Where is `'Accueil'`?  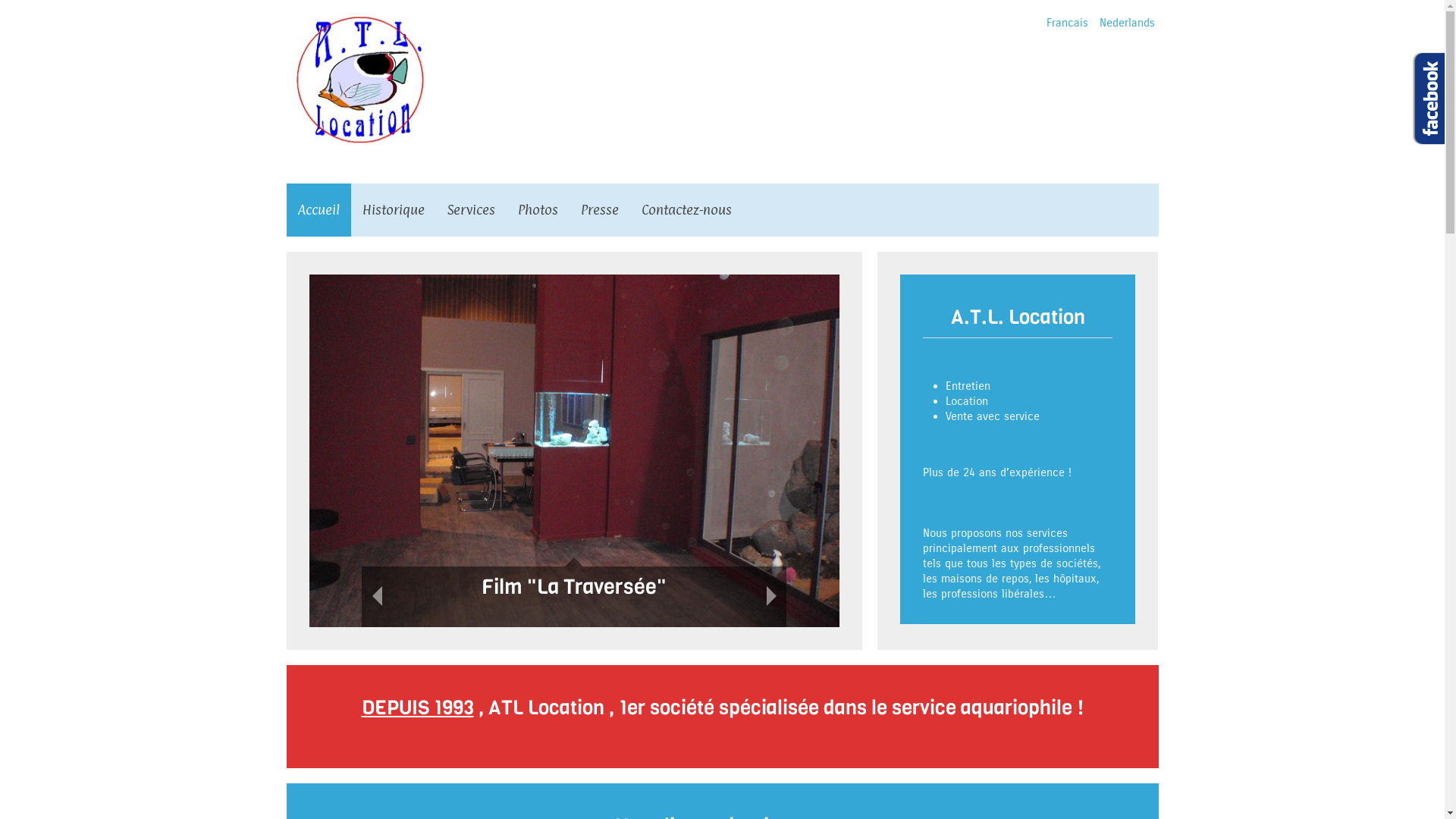 'Accueil' is located at coordinates (287, 210).